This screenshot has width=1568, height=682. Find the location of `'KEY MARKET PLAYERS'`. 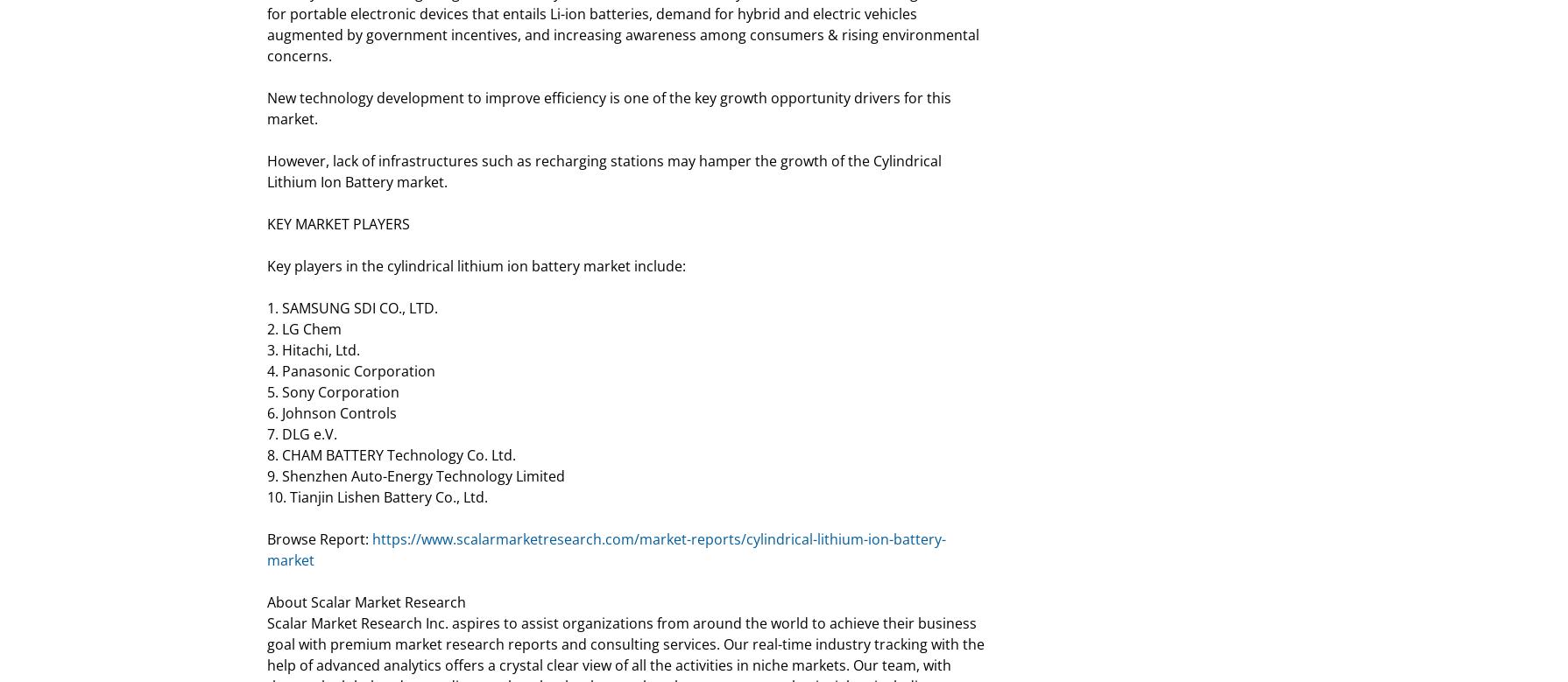

'KEY MARKET PLAYERS' is located at coordinates (338, 222).